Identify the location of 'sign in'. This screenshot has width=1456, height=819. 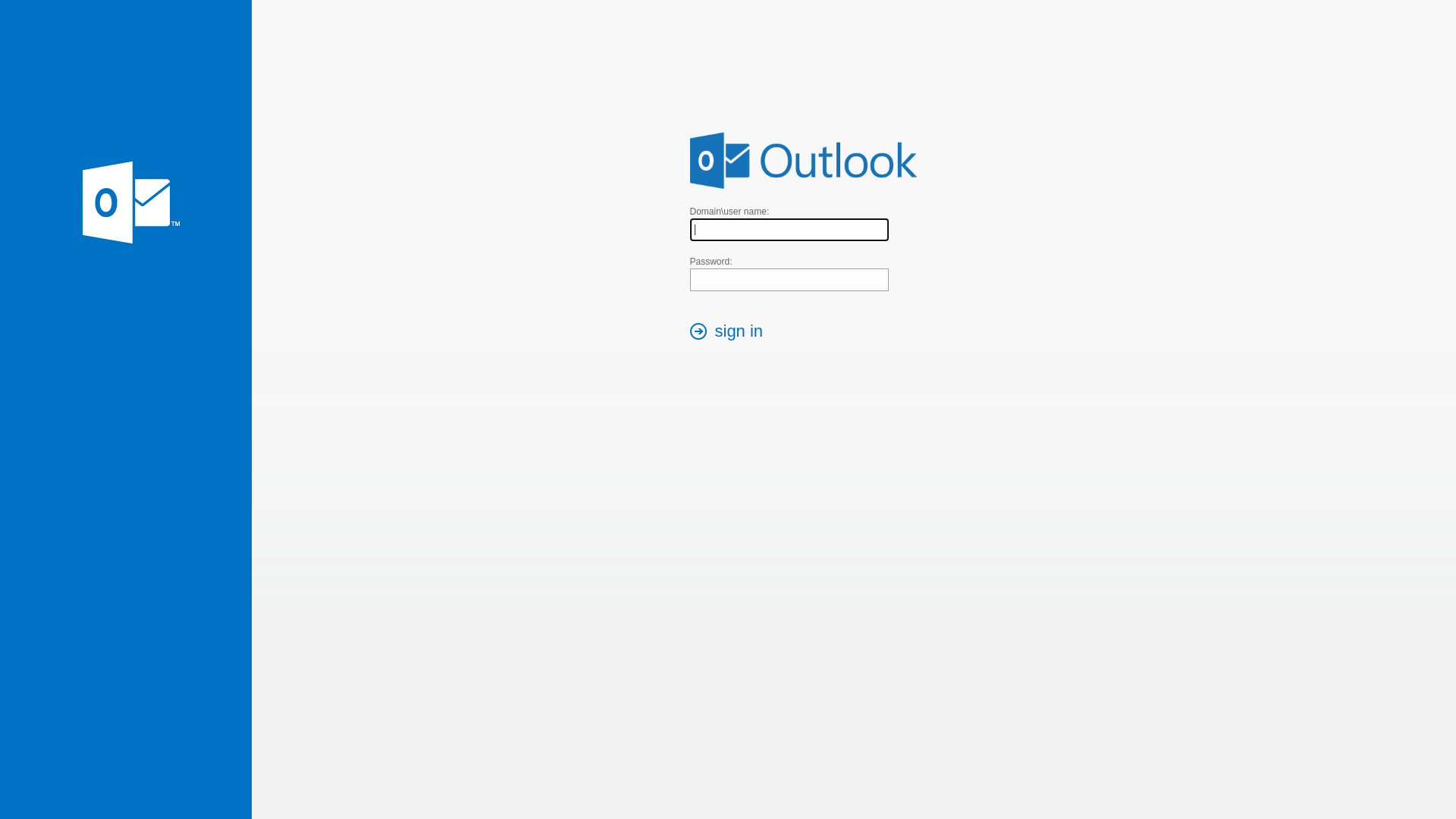
(731, 332).